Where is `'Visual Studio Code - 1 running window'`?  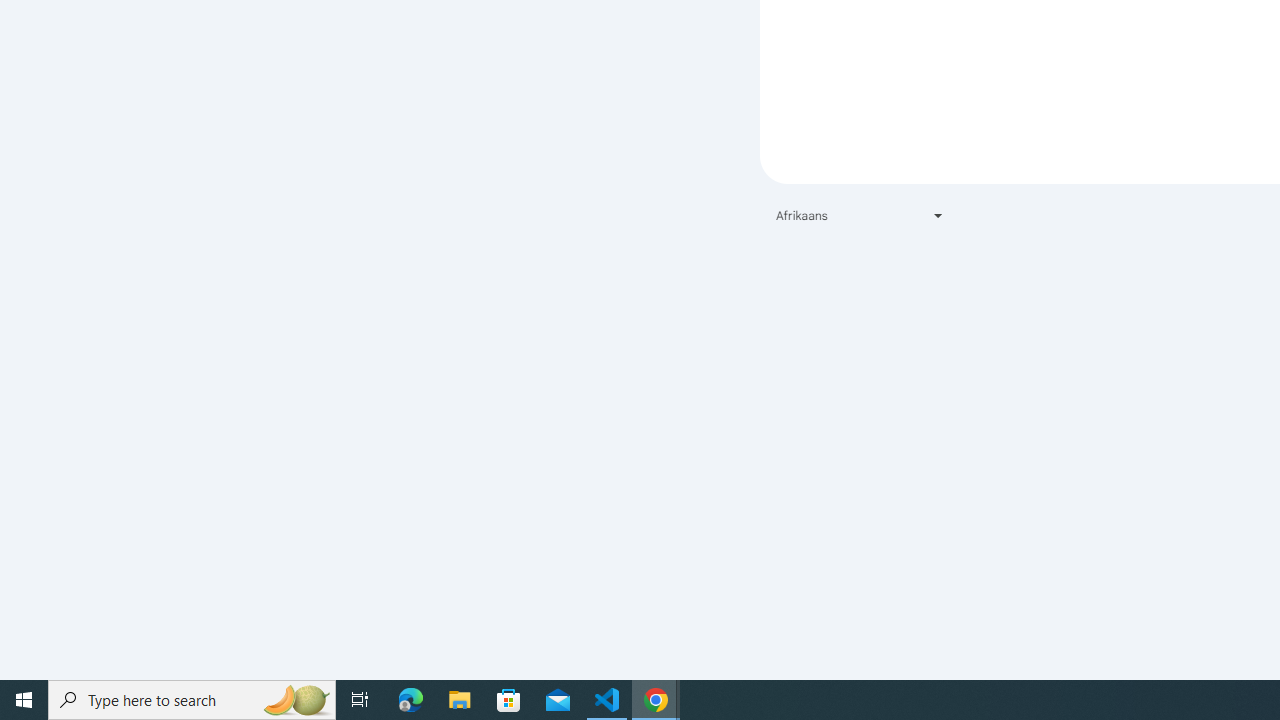 'Visual Studio Code - 1 running window' is located at coordinates (606, 698).